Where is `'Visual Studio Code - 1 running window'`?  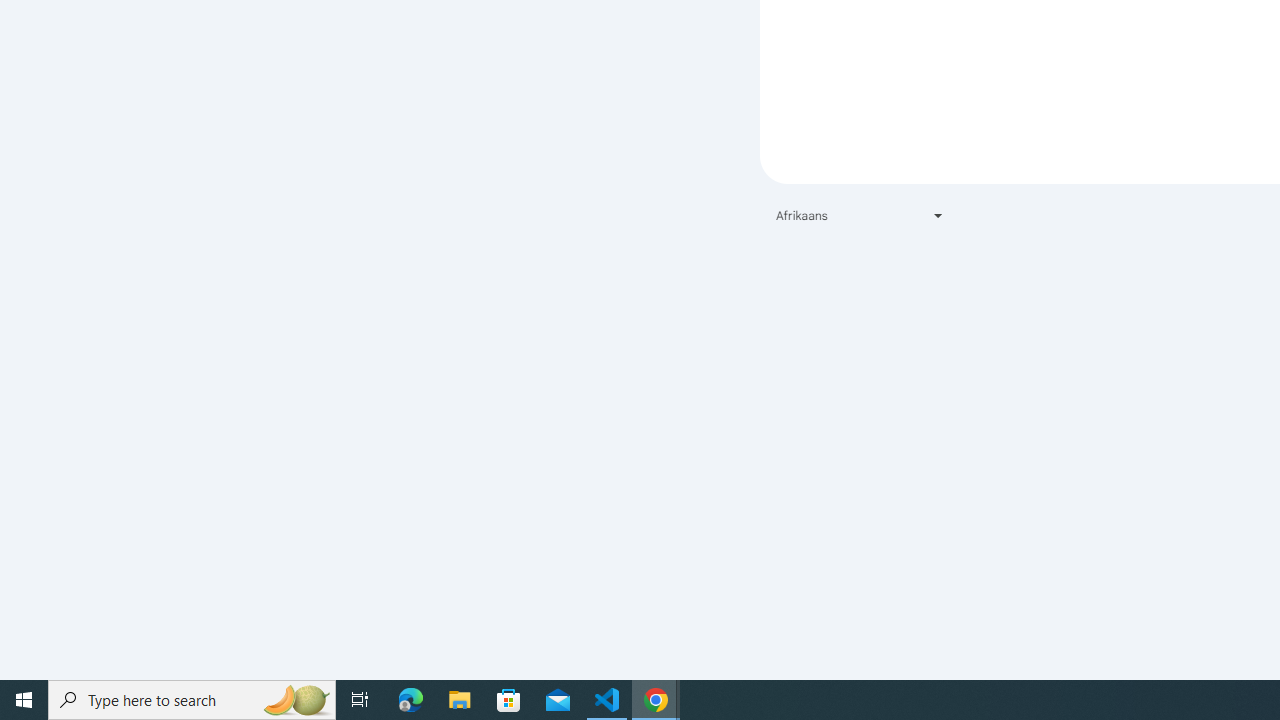 'Visual Studio Code - 1 running window' is located at coordinates (606, 698).